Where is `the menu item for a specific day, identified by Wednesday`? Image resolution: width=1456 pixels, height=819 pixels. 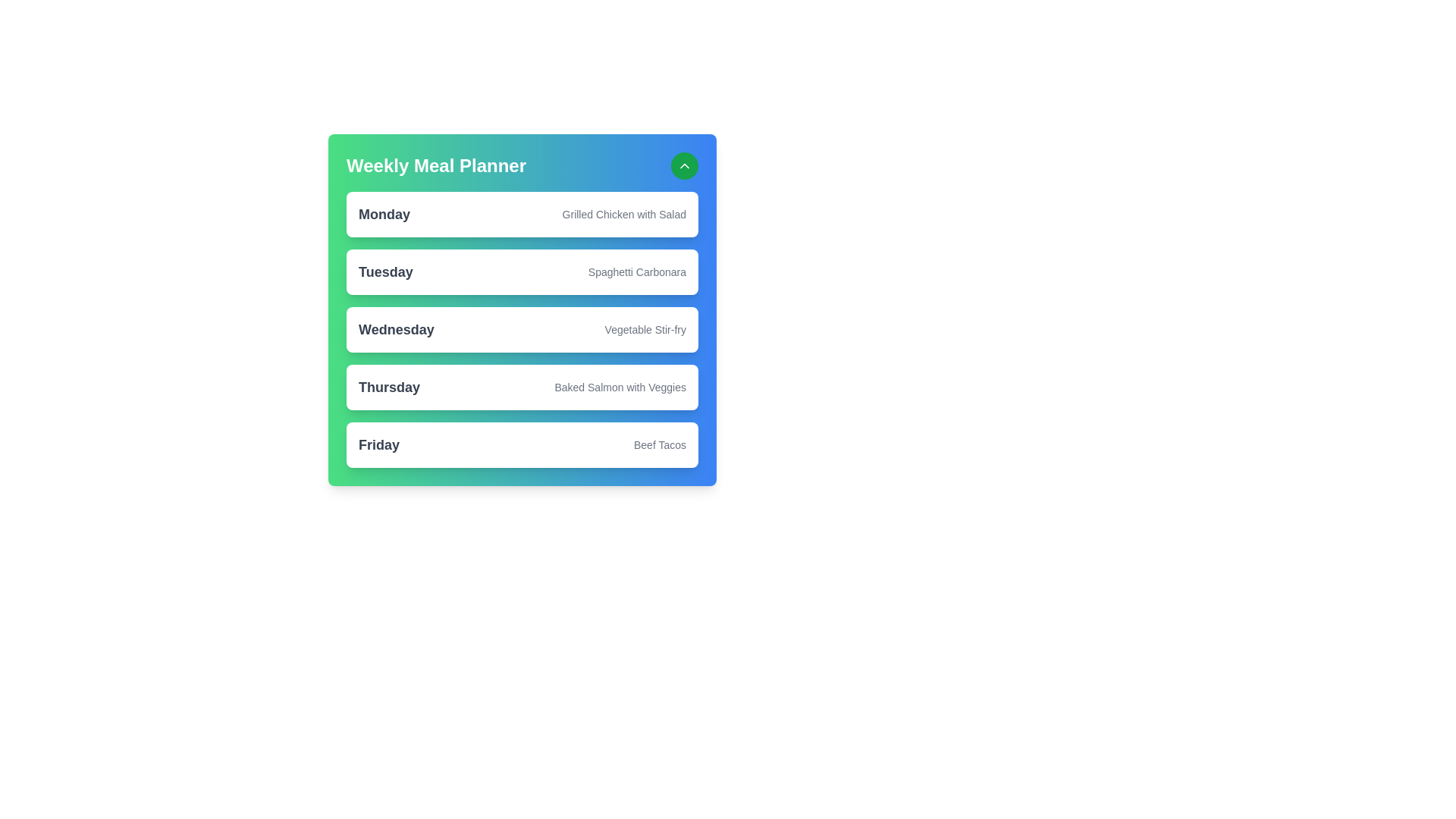 the menu item for a specific day, identified by Wednesday is located at coordinates (396, 329).